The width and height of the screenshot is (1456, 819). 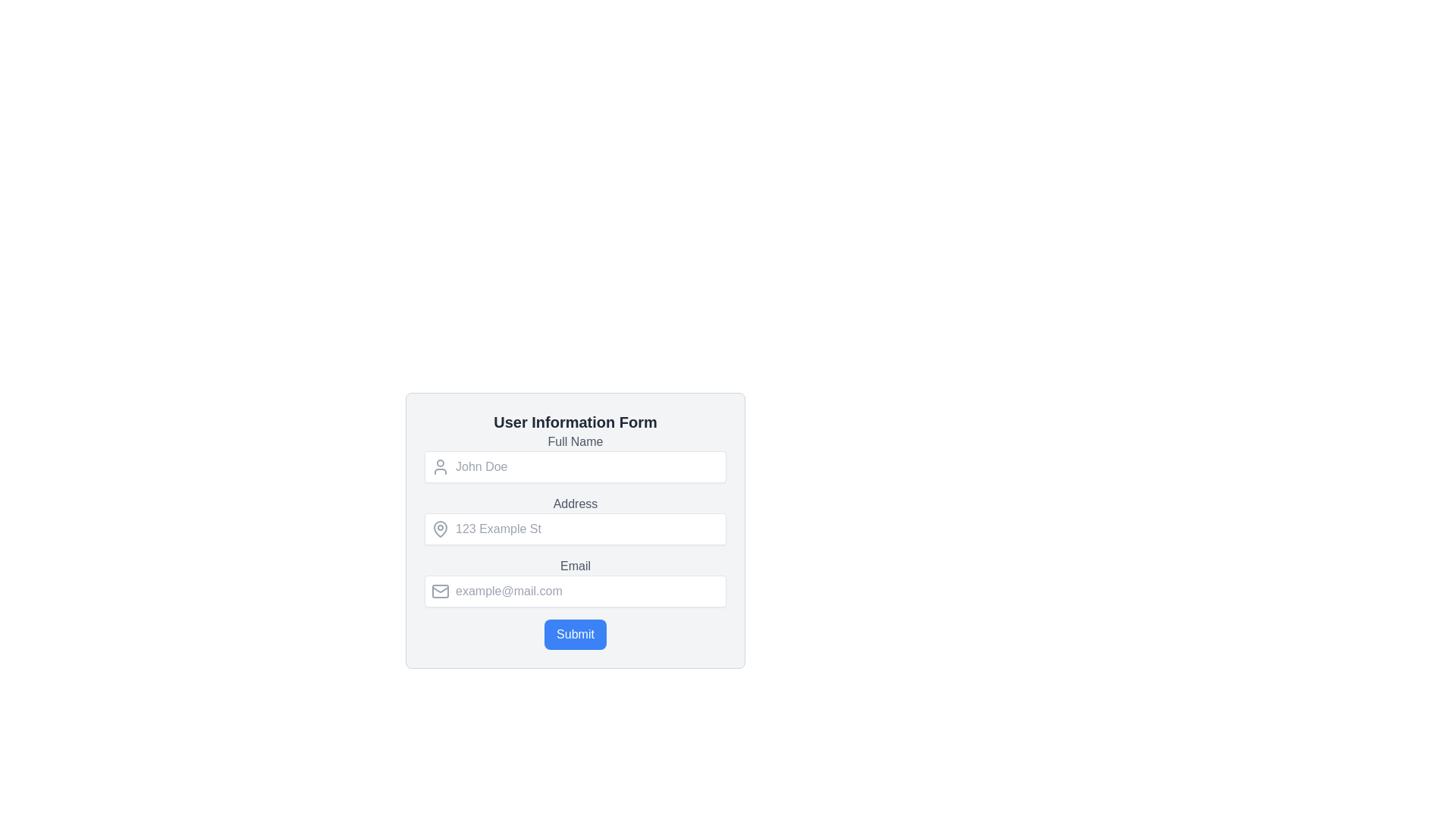 What do you see at coordinates (574, 422) in the screenshot?
I see `the static text label or heading that serves as the title of the user input form, positioned at the topmost part of the form above fields like 'Full Name', 'Address', and 'Email'` at bounding box center [574, 422].